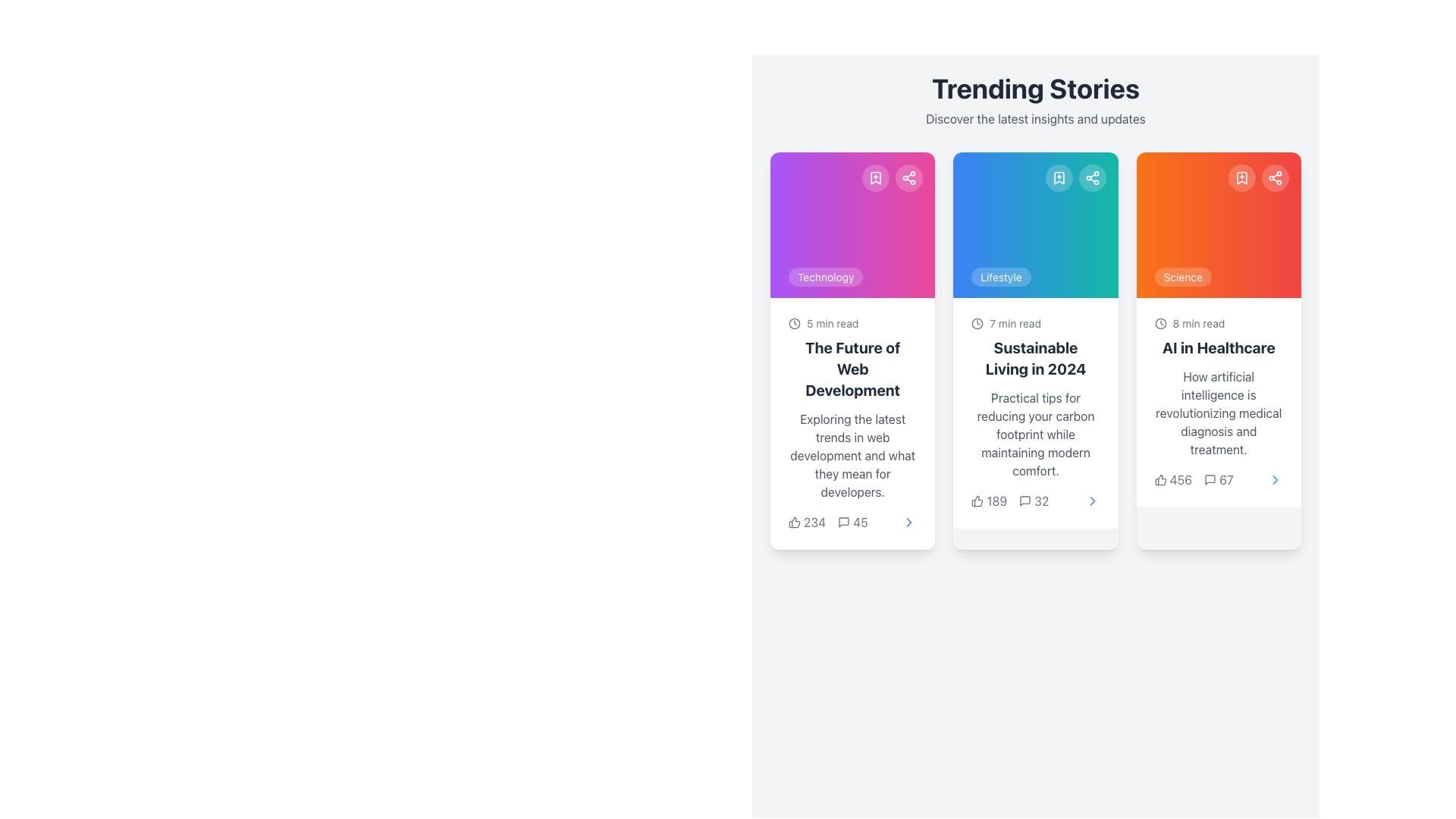  I want to click on the circular button with a semi-transparent white background featuring a white share icon, so click(909, 177).